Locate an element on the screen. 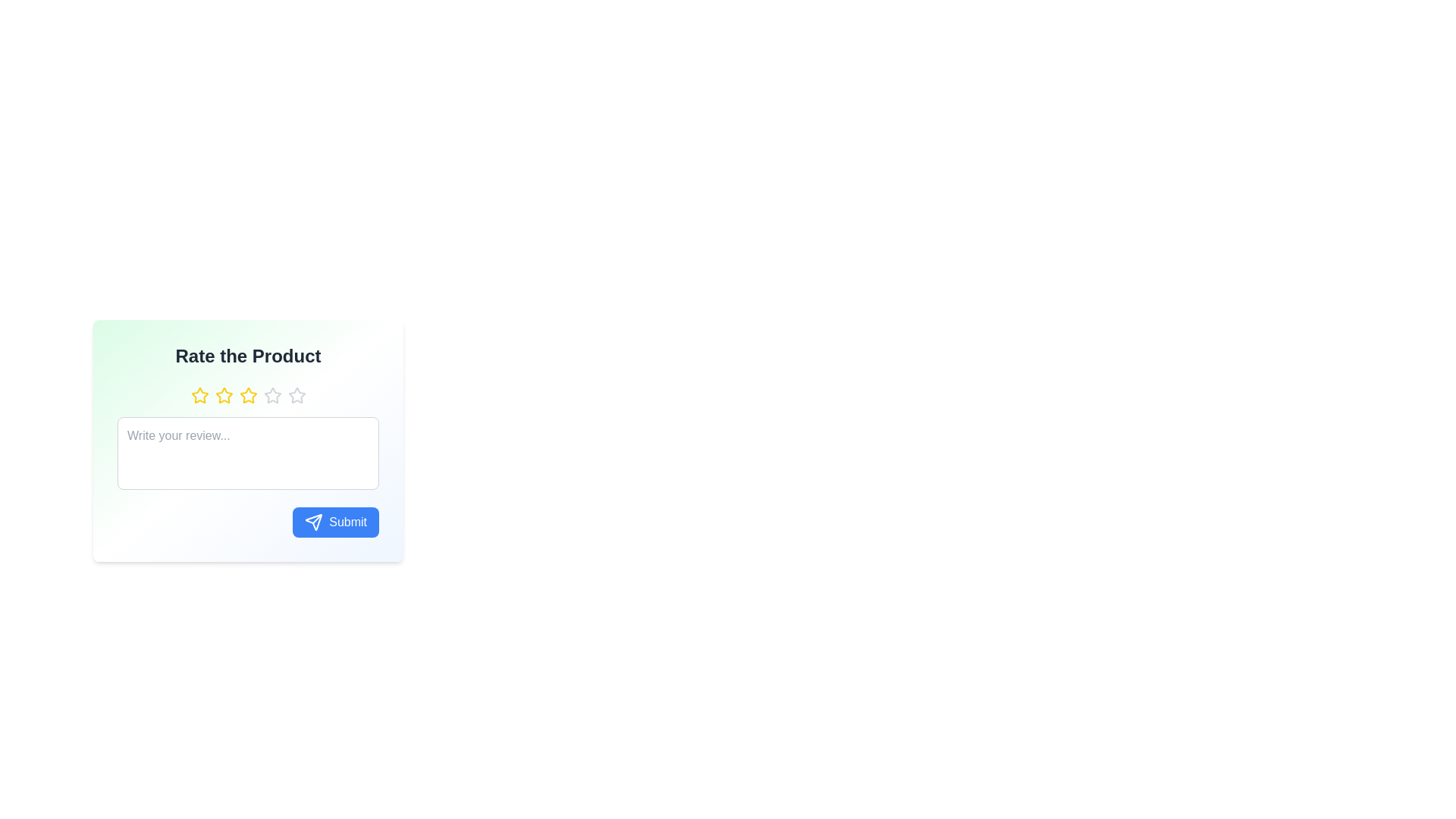 This screenshot has height=819, width=1456. the star corresponding to the desired rating, where the rating is specified as 5 is located at coordinates (297, 394).